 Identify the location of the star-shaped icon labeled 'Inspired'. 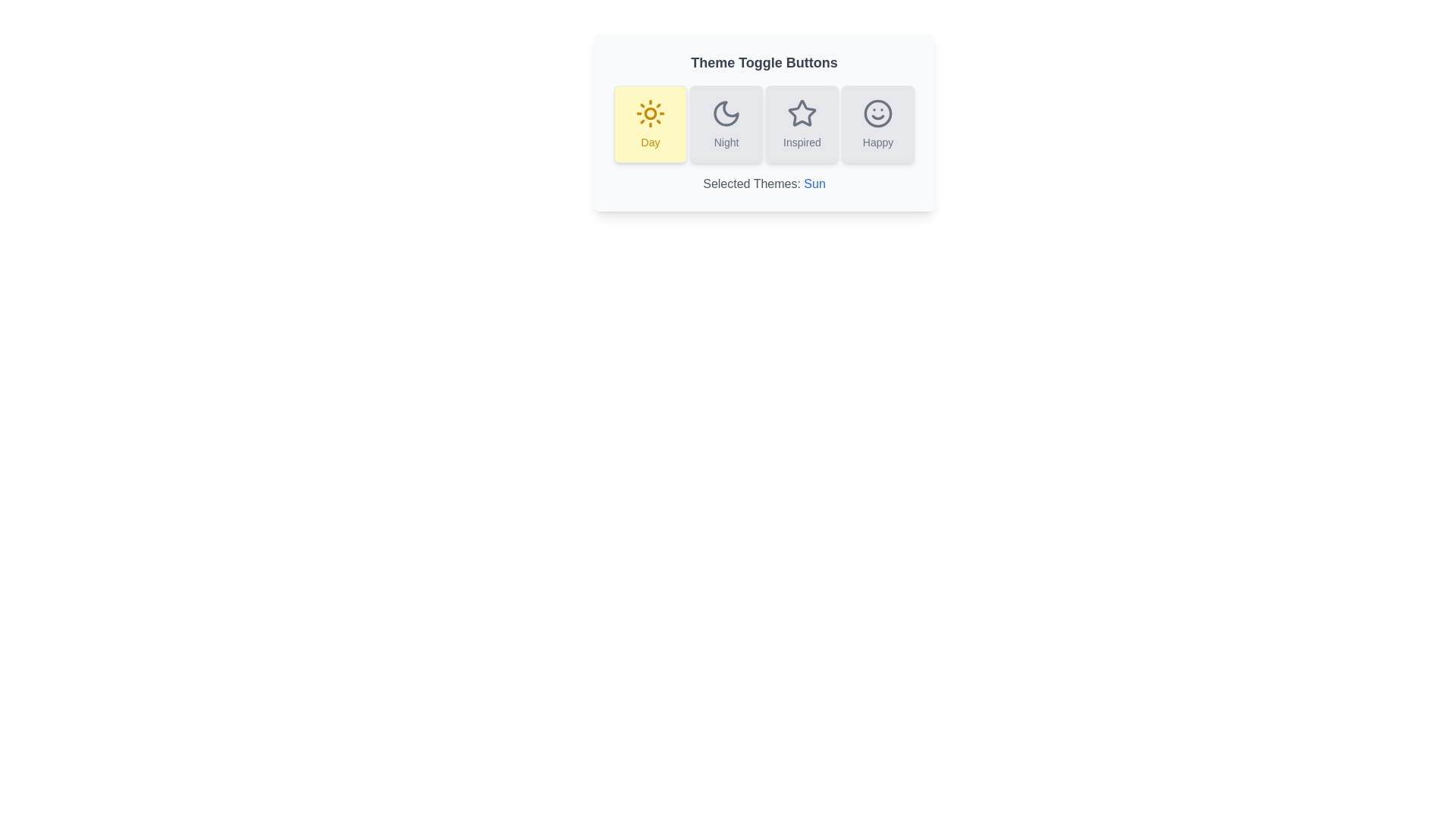
(801, 112).